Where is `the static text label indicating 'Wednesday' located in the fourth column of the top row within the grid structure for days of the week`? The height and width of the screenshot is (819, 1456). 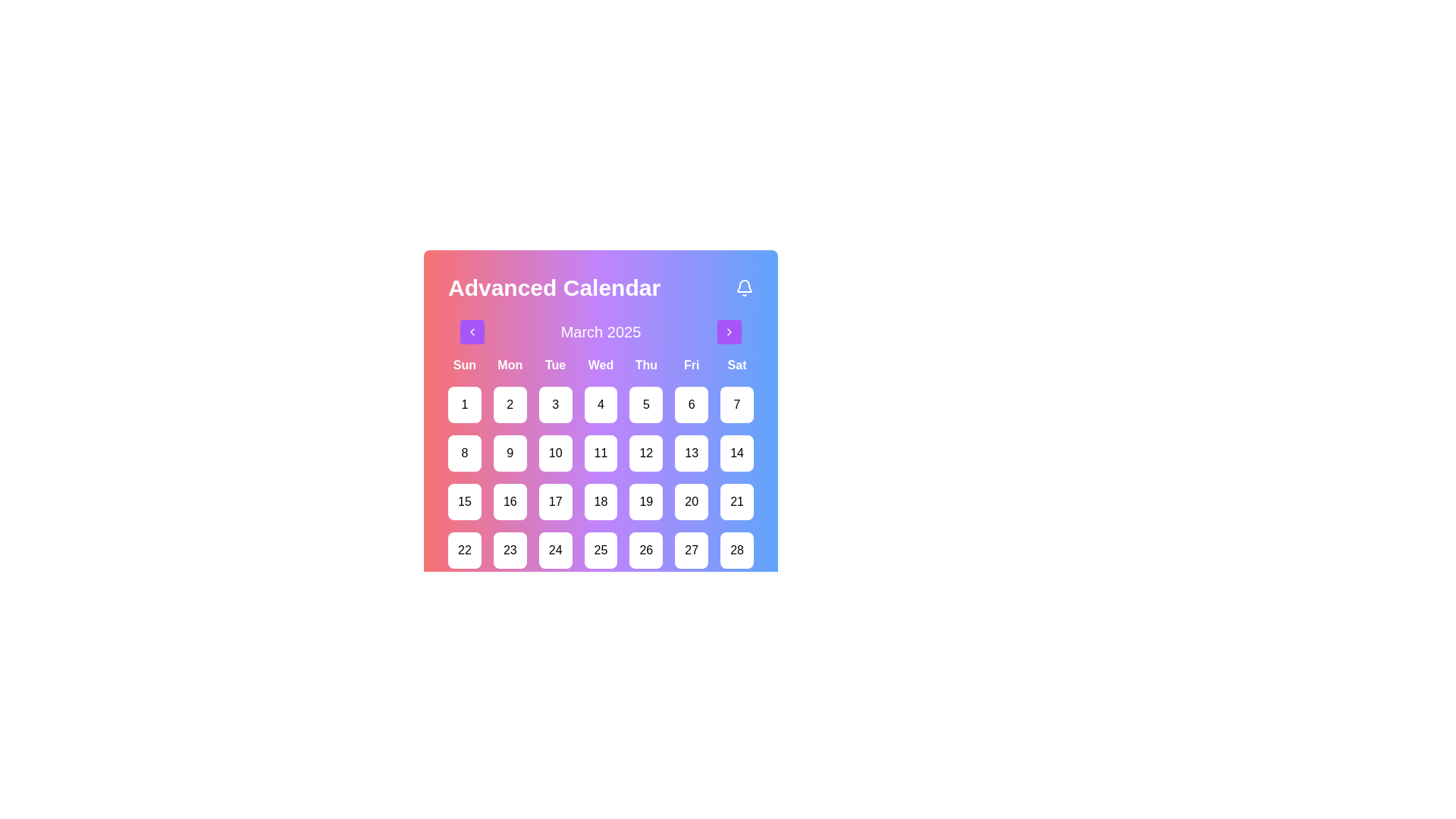 the static text label indicating 'Wednesday' located in the fourth column of the top row within the grid structure for days of the week is located at coordinates (600, 366).